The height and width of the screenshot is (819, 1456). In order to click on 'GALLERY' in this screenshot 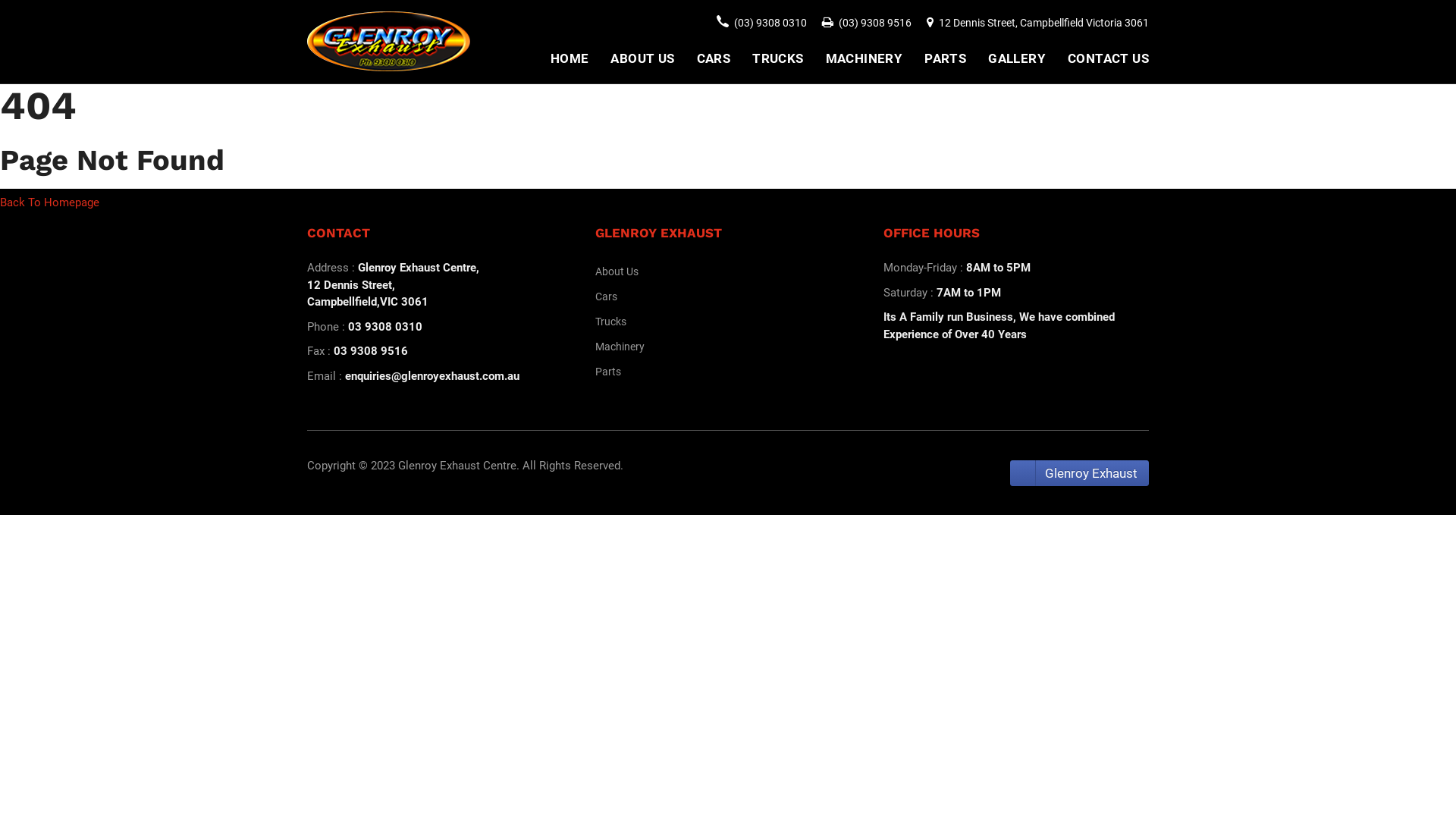, I will do `click(1016, 58)`.